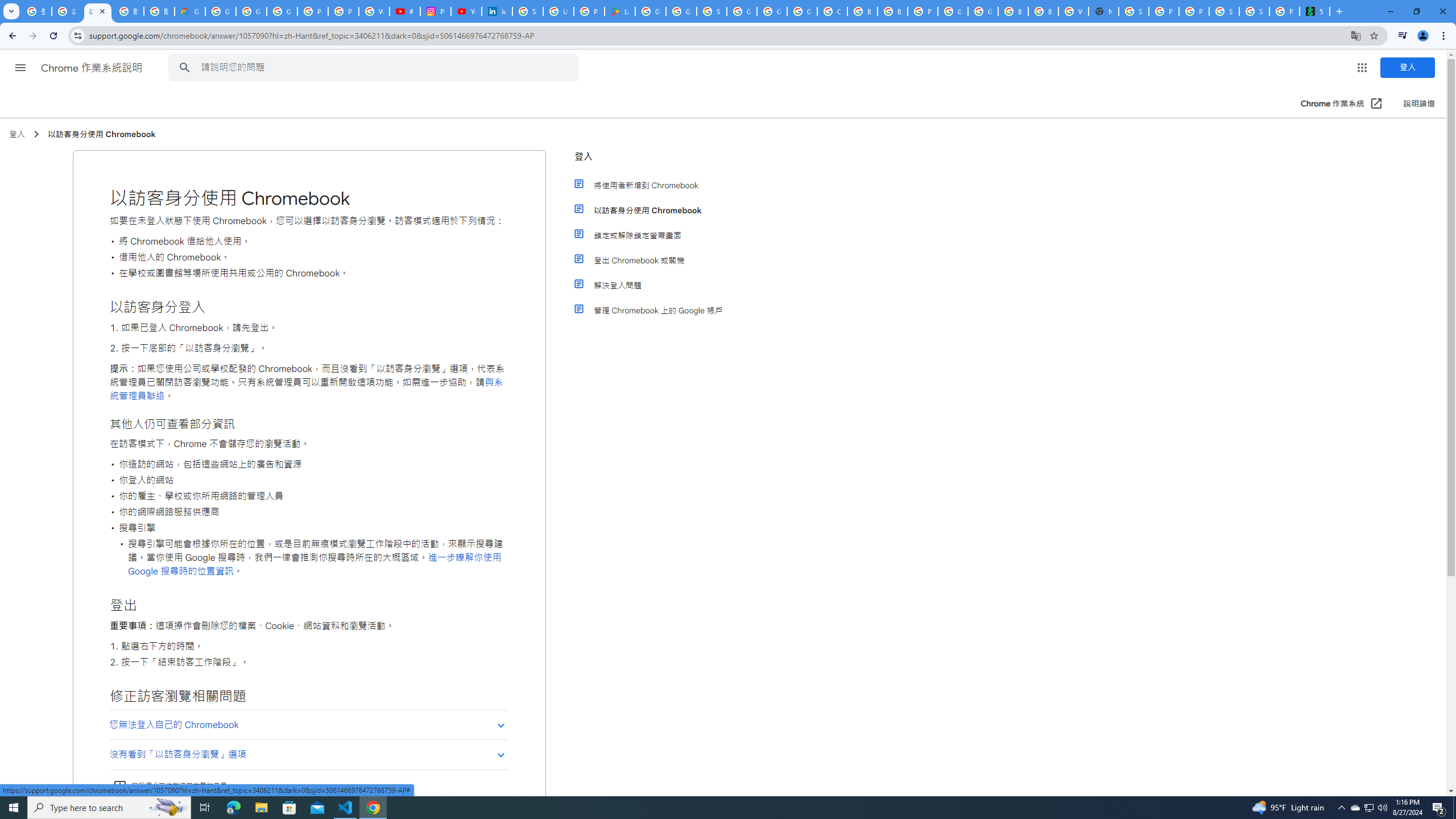 This screenshot has height=819, width=1456. What do you see at coordinates (681, 11) in the screenshot?
I see `'Google Workspace - Specific Terms'` at bounding box center [681, 11].